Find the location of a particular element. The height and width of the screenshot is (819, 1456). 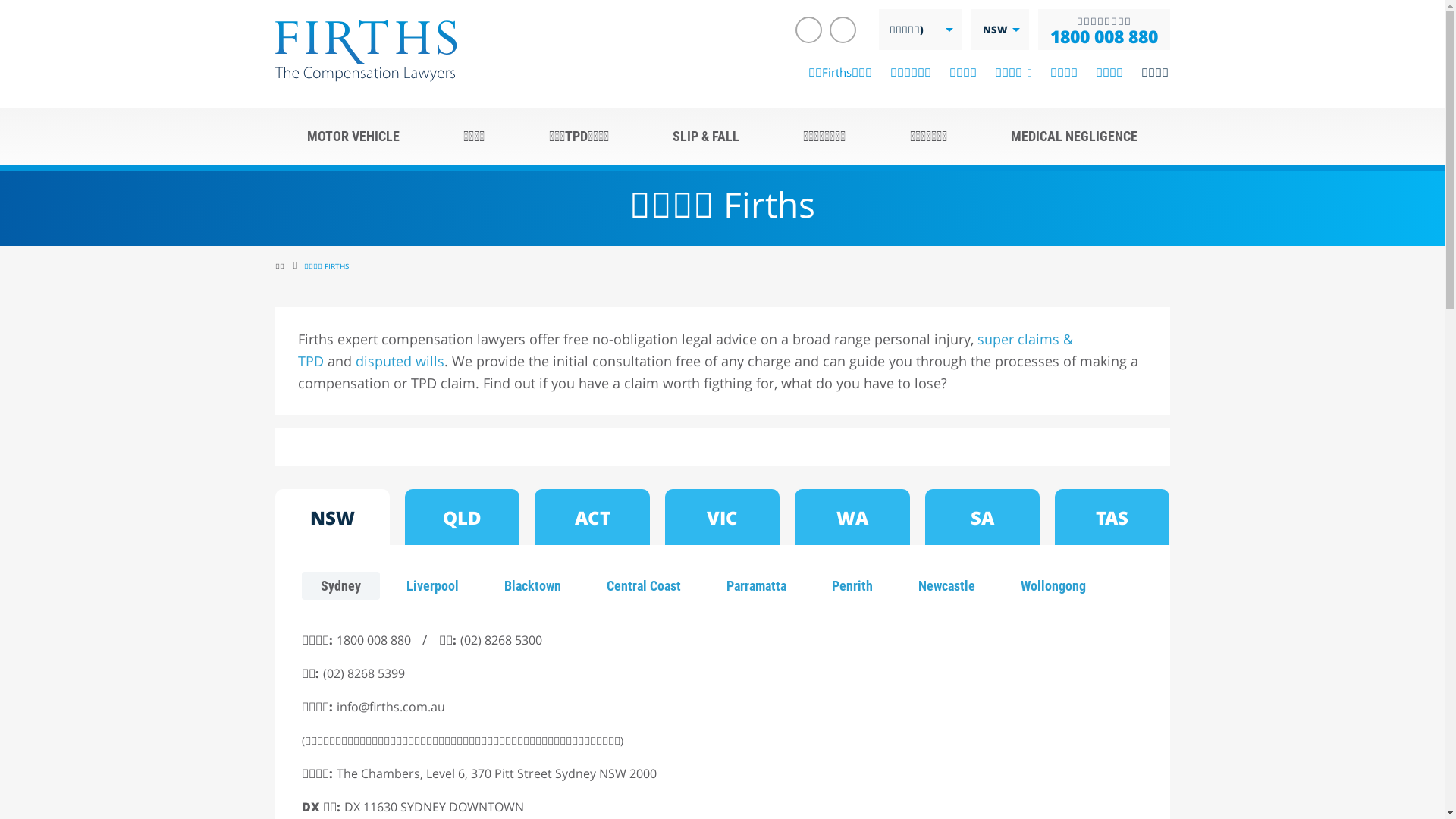

'WA' is located at coordinates (852, 516).